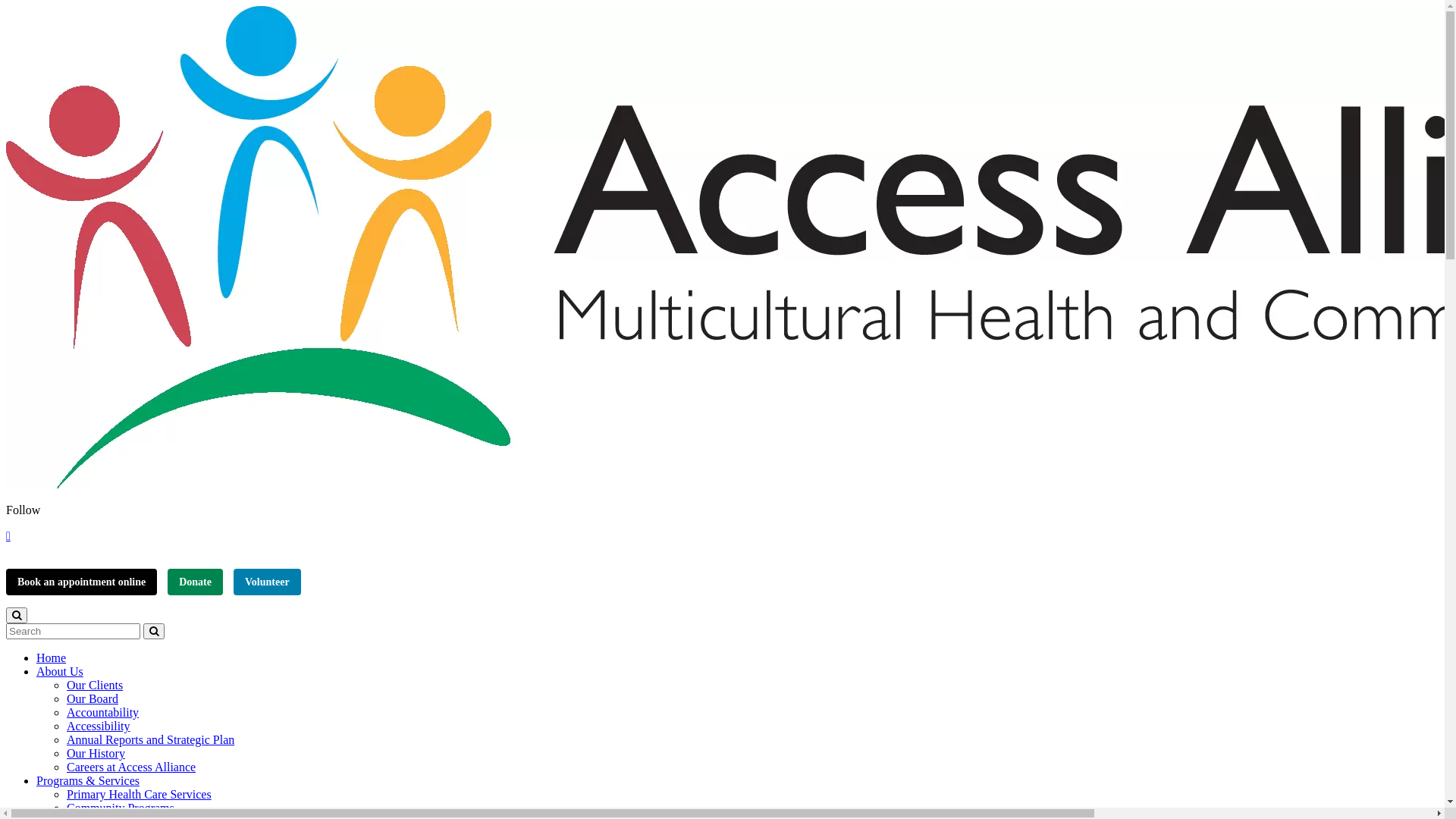 The height and width of the screenshot is (819, 1456). I want to click on 'Accessibility', so click(97, 725).